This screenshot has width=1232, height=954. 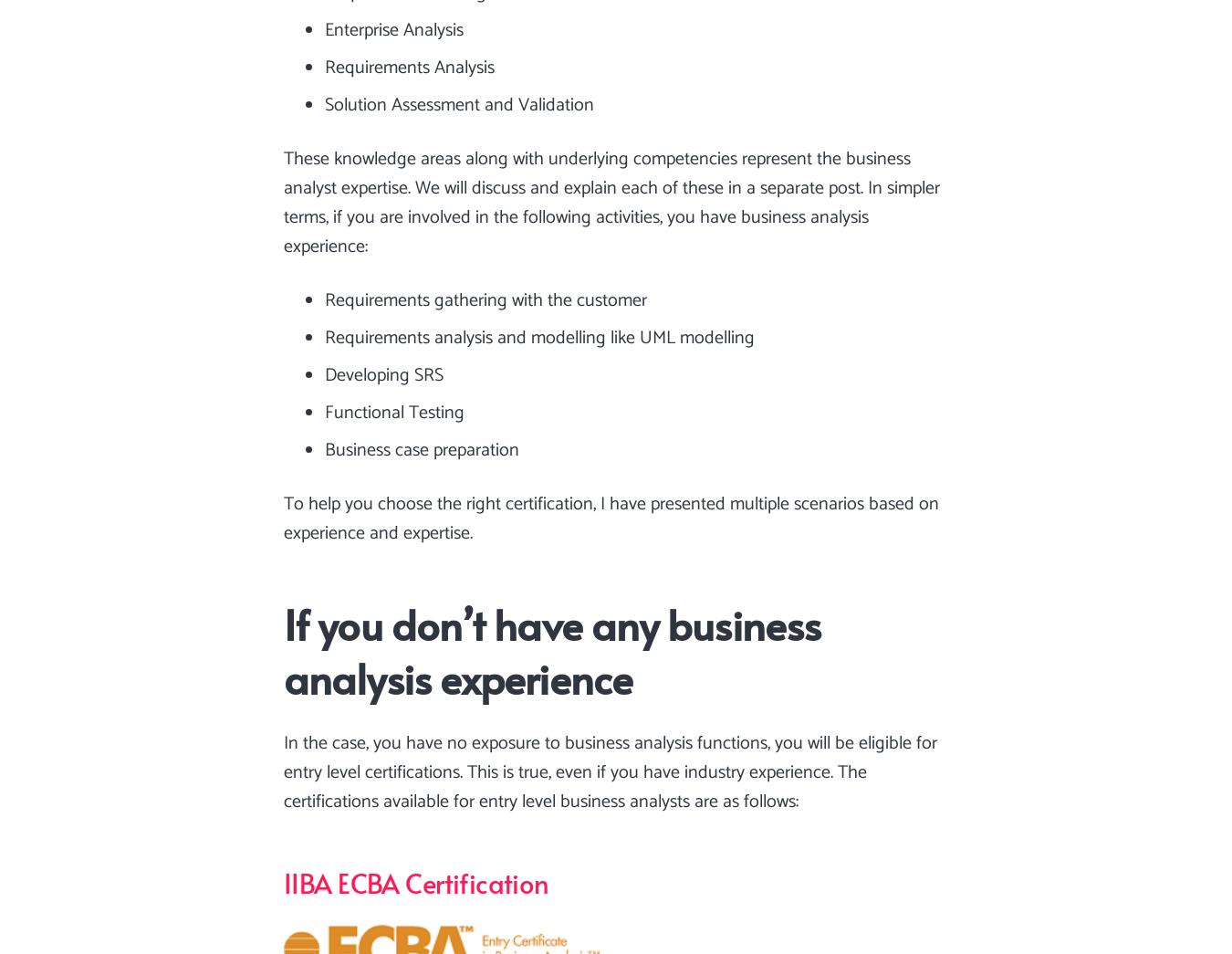 I want to click on 'To help you choose the right certification, I have presented multiple scenarios based on experience and expertise.', so click(x=611, y=519).